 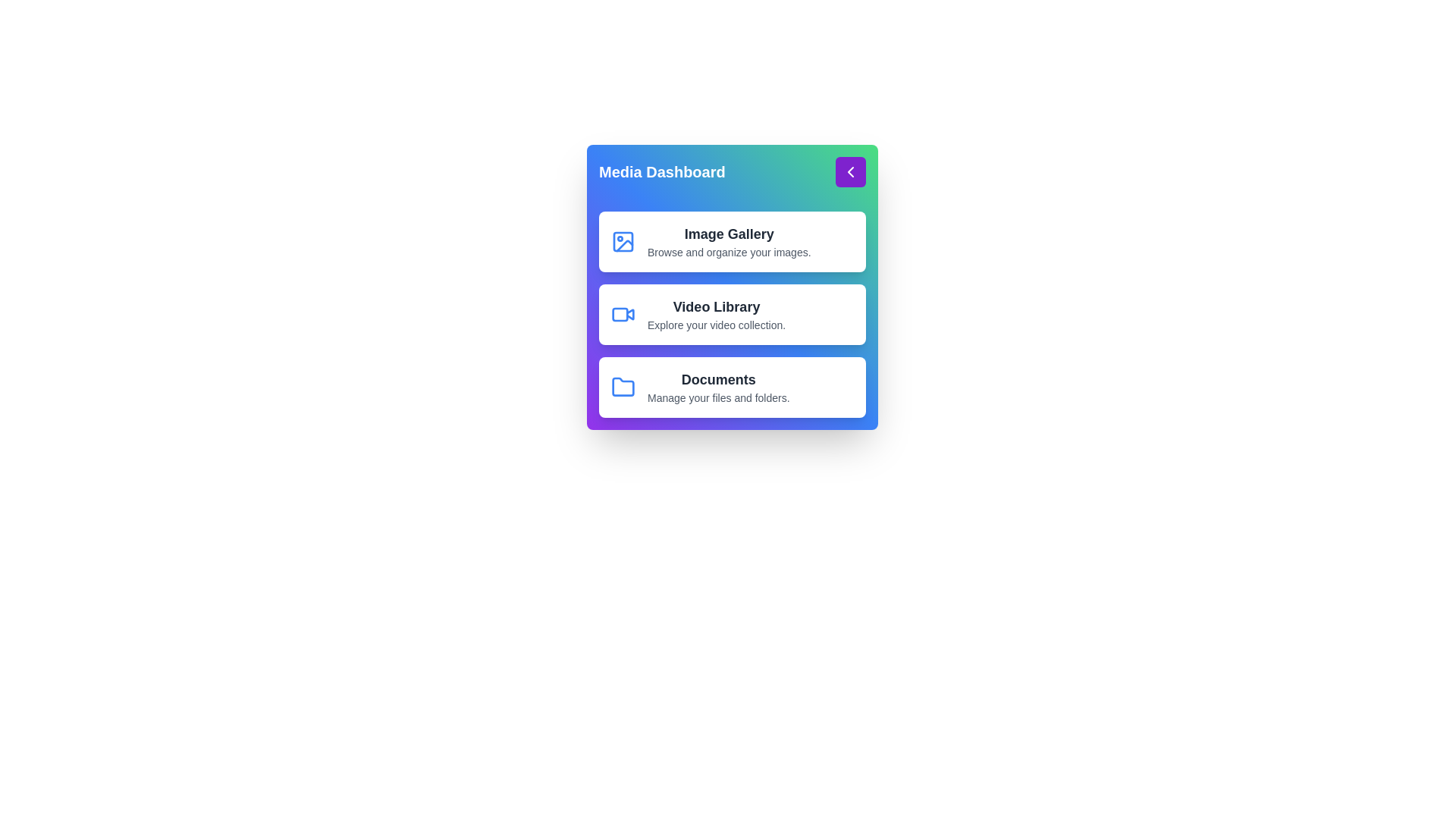 I want to click on the gallery option Image Gallery from the menu, so click(x=732, y=241).